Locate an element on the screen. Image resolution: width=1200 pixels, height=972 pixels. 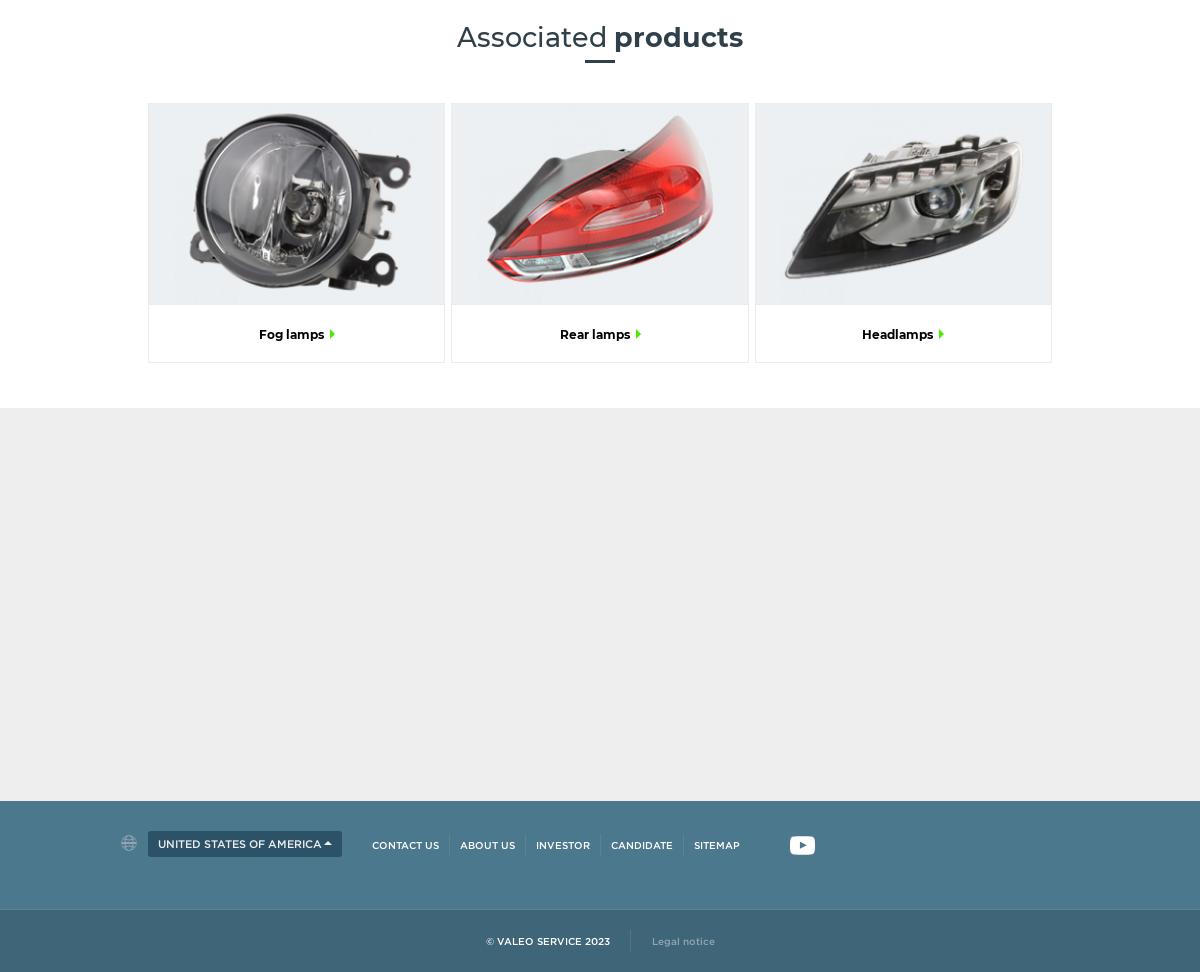
'Legal notice' is located at coordinates (682, 939).